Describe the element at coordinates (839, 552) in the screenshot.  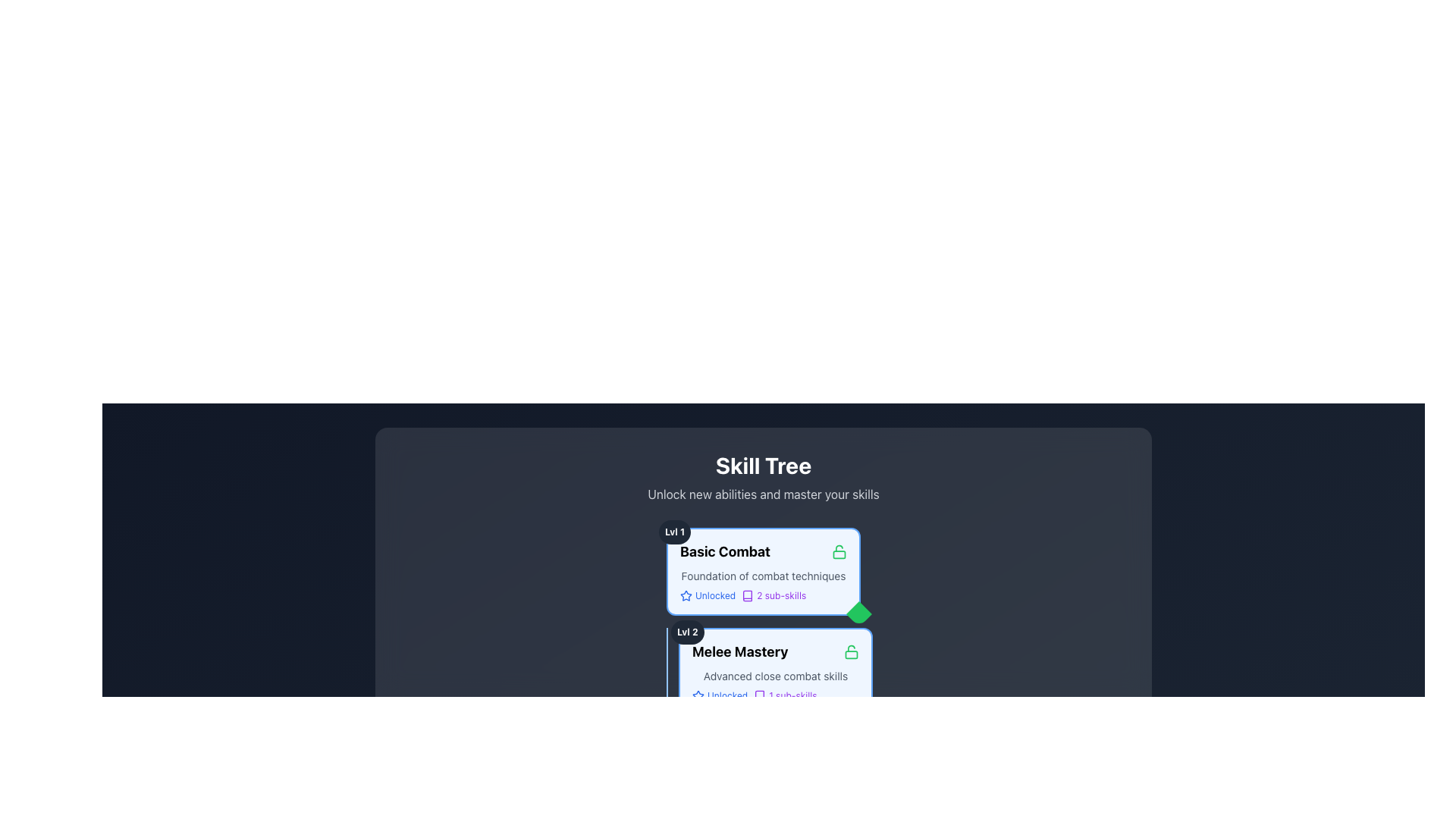
I see `the icon indicating that the 'Basic Combat' skill is unlocked, located to the right of the 'Basic Combat' label in the Skill Tree interface` at that location.